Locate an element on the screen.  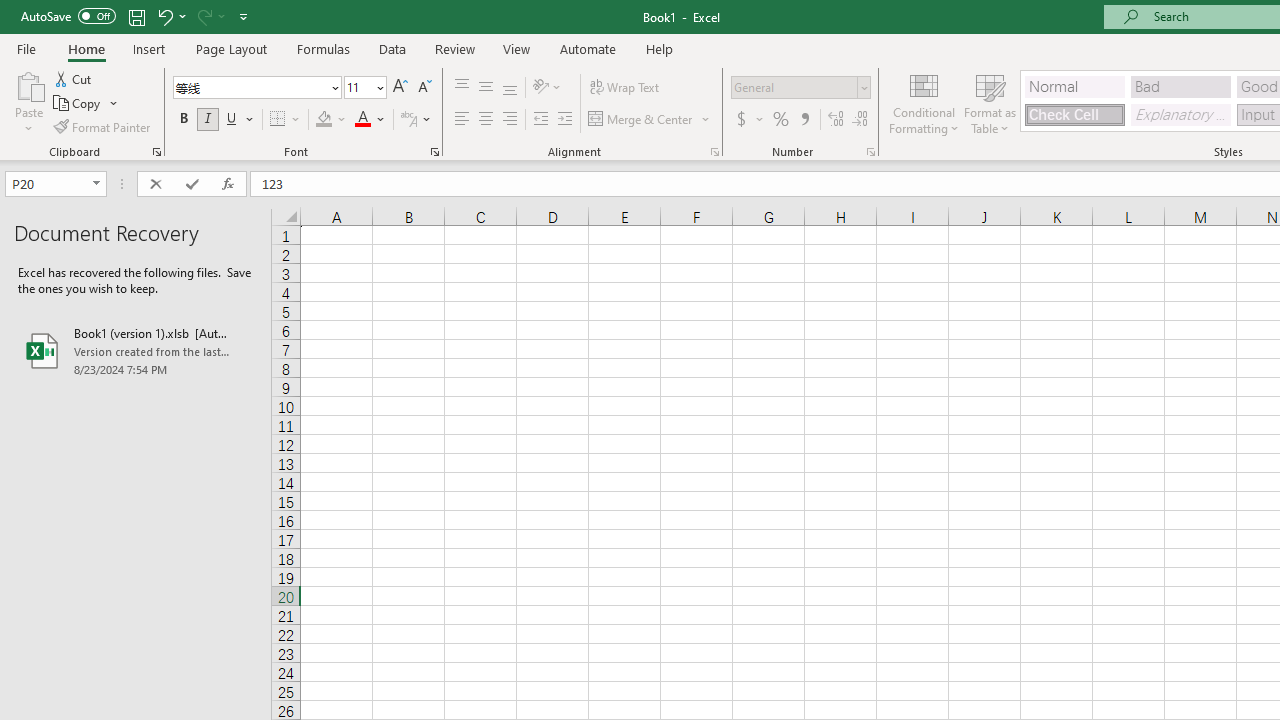
'Font' is located at coordinates (256, 86).